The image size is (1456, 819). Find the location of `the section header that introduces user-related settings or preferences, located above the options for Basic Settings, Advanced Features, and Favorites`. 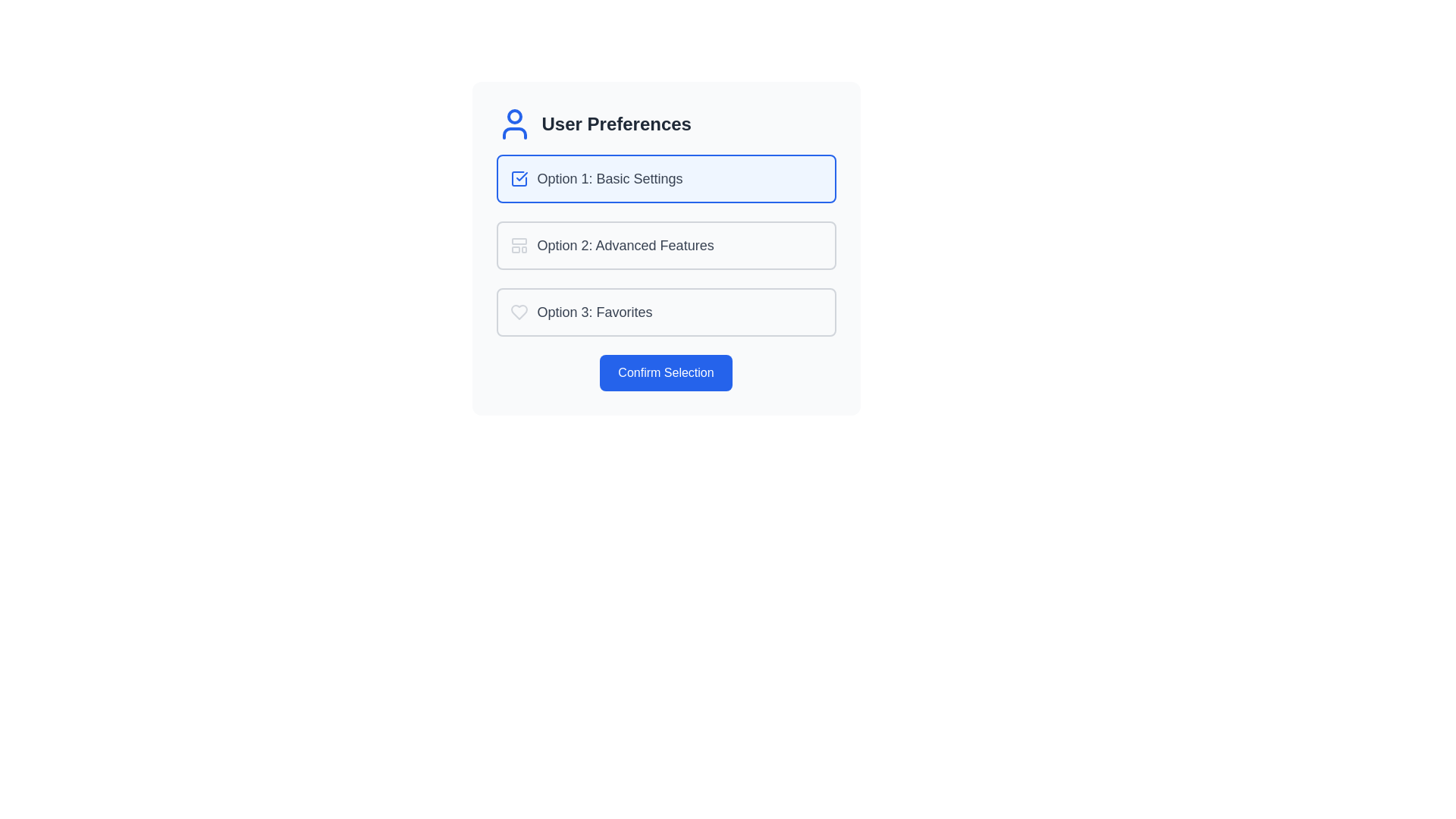

the section header that introduces user-related settings or preferences, located above the options for Basic Settings, Advanced Features, and Favorites is located at coordinates (666, 124).